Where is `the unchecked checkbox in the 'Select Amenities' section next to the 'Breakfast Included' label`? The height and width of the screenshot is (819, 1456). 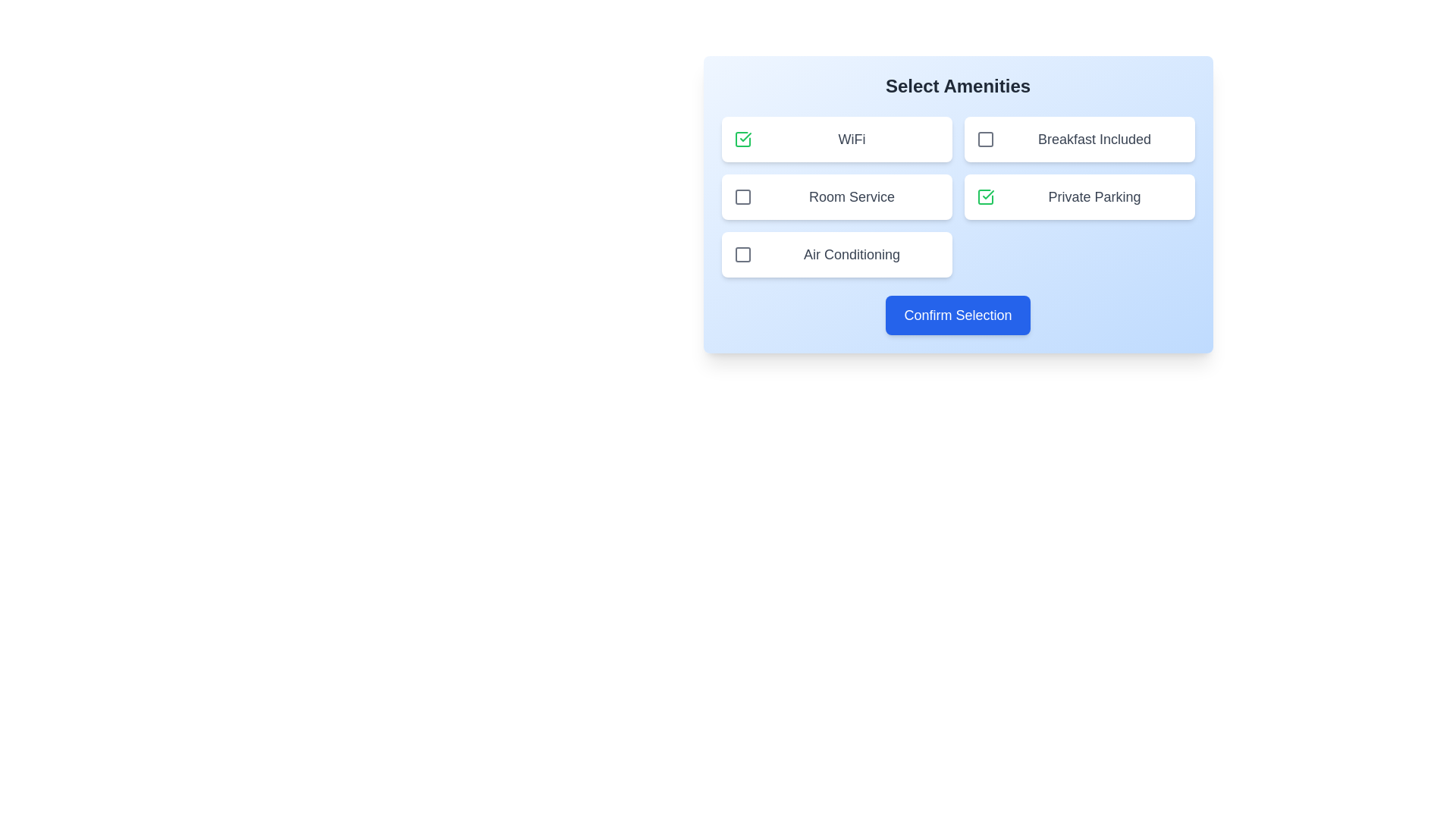
the unchecked checkbox in the 'Select Amenities' section next to the 'Breakfast Included' label is located at coordinates (985, 140).